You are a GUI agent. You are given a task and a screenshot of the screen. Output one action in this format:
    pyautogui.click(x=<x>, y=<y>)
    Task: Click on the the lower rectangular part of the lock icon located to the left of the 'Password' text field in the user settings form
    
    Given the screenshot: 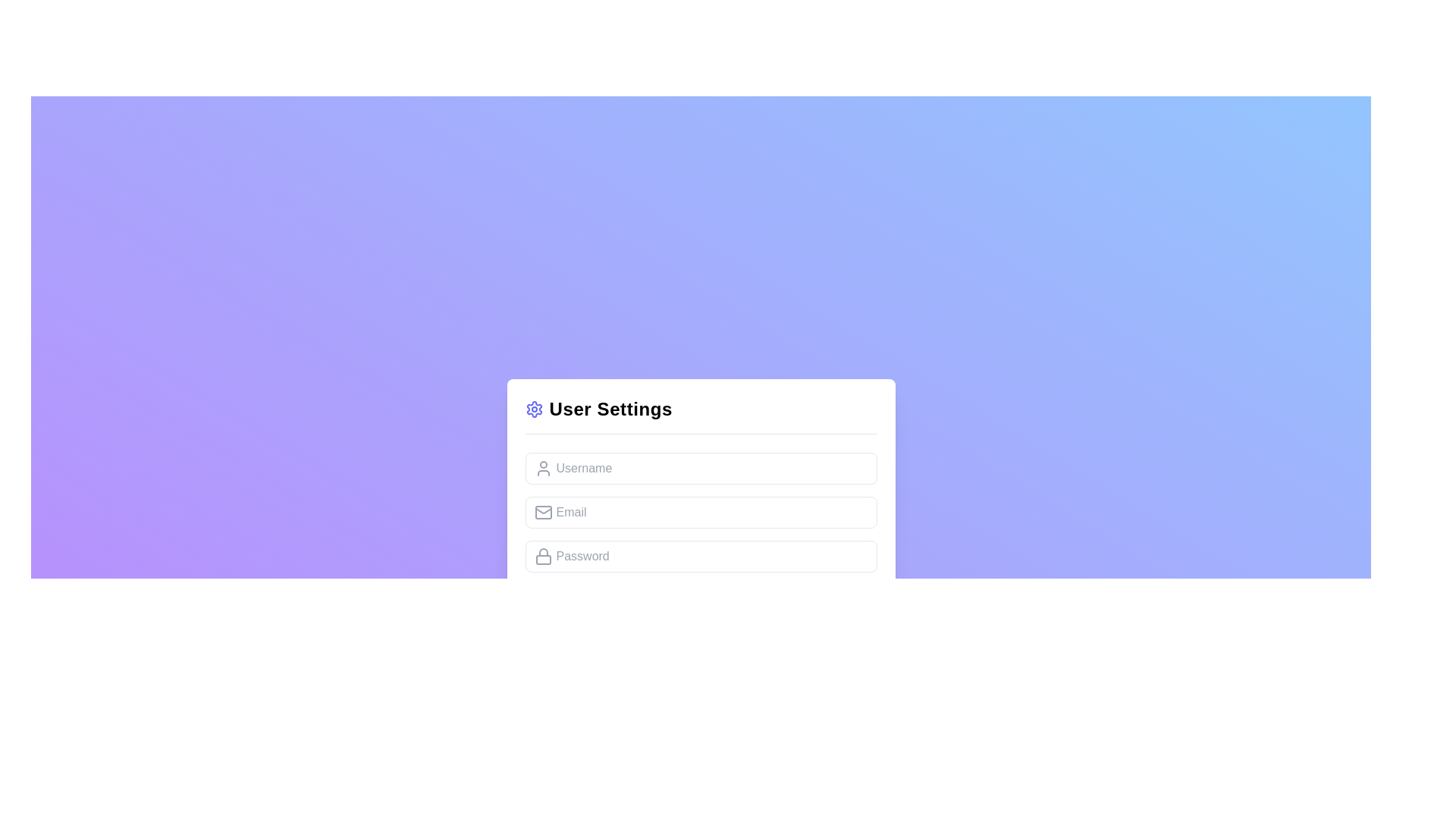 What is the action you would take?
    pyautogui.click(x=543, y=559)
    